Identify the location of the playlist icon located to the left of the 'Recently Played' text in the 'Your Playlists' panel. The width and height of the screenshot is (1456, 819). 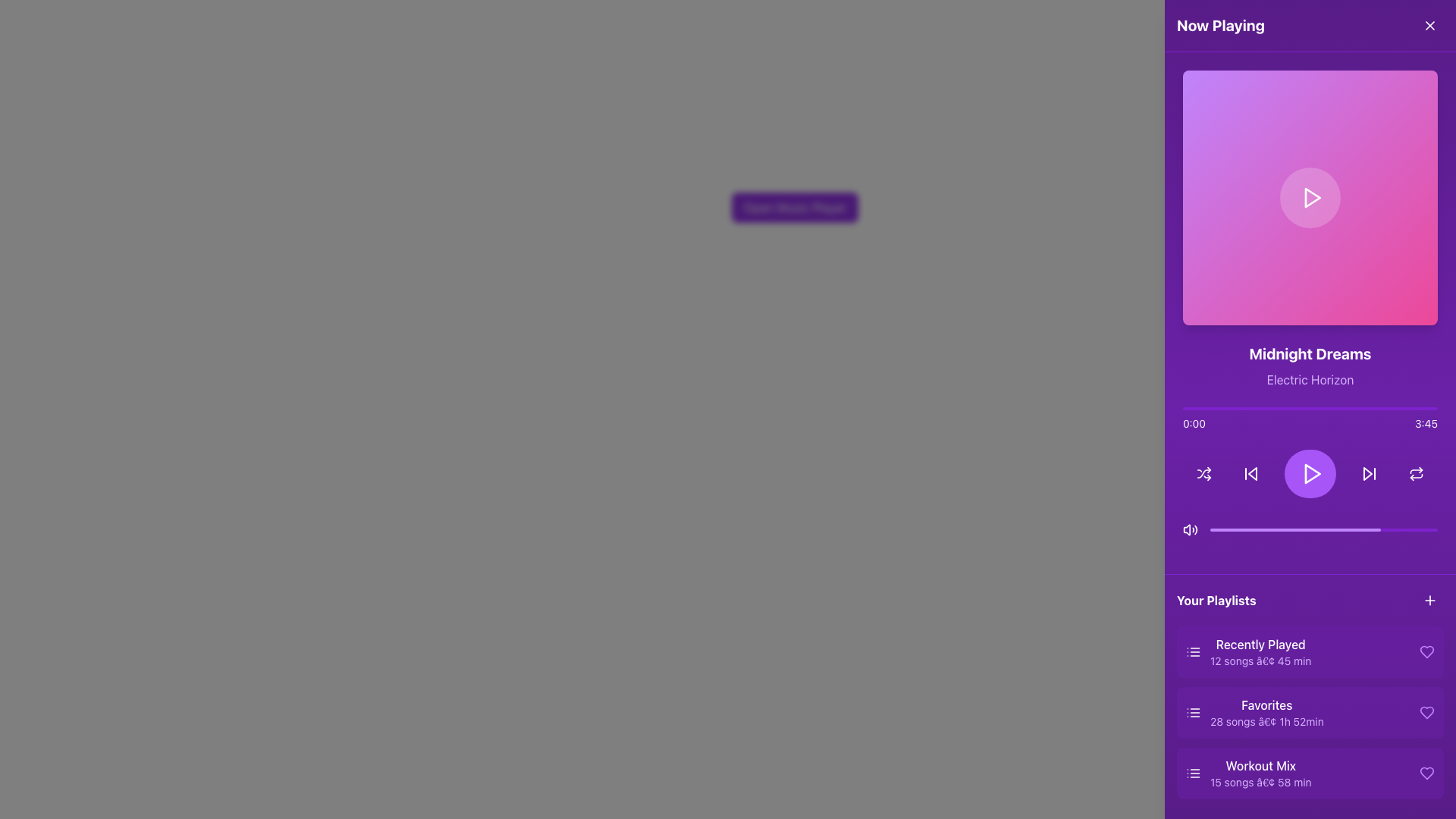
(1193, 651).